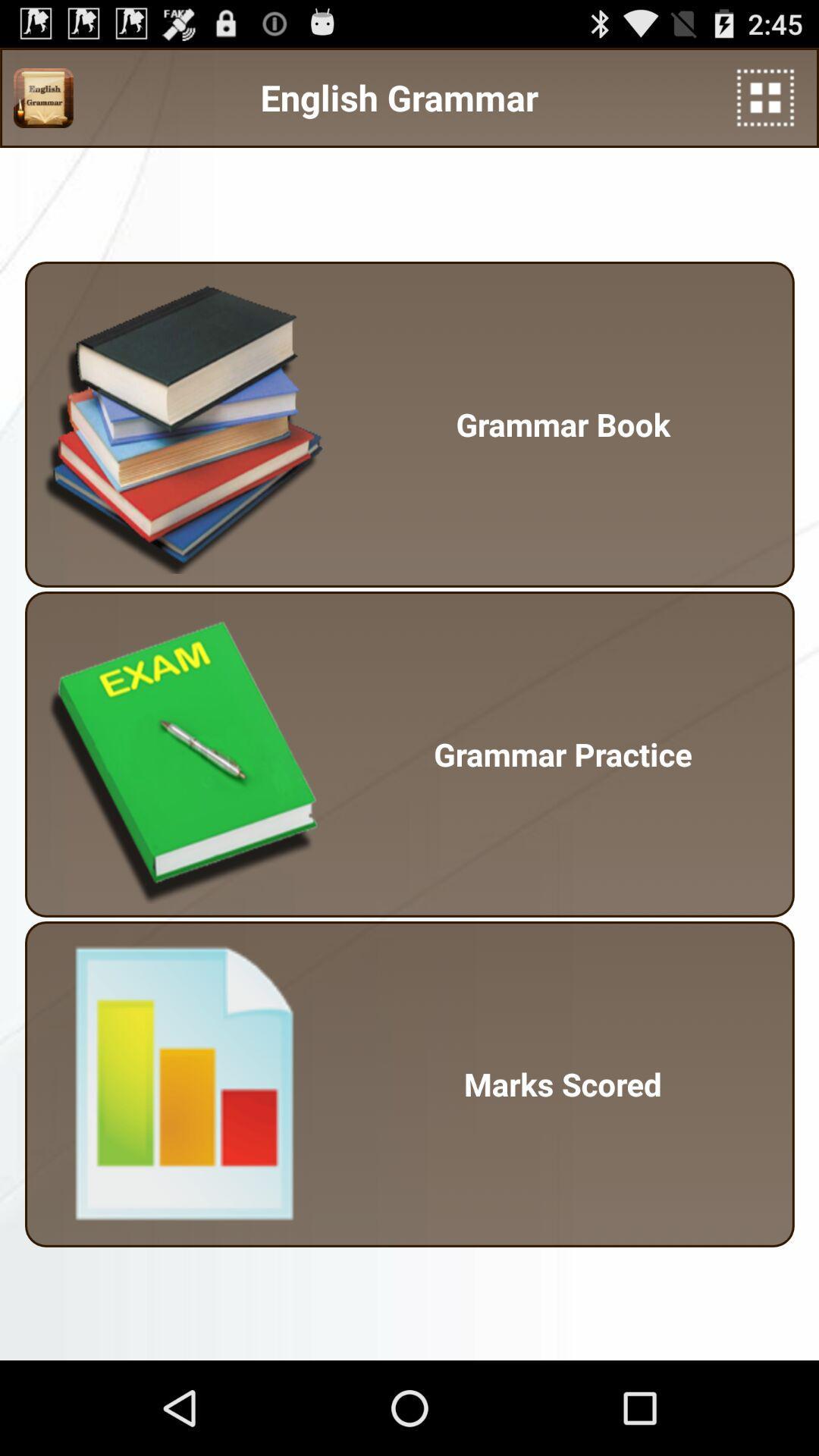 The height and width of the screenshot is (1456, 819). What do you see at coordinates (765, 97) in the screenshot?
I see `the app above grammar book item` at bounding box center [765, 97].